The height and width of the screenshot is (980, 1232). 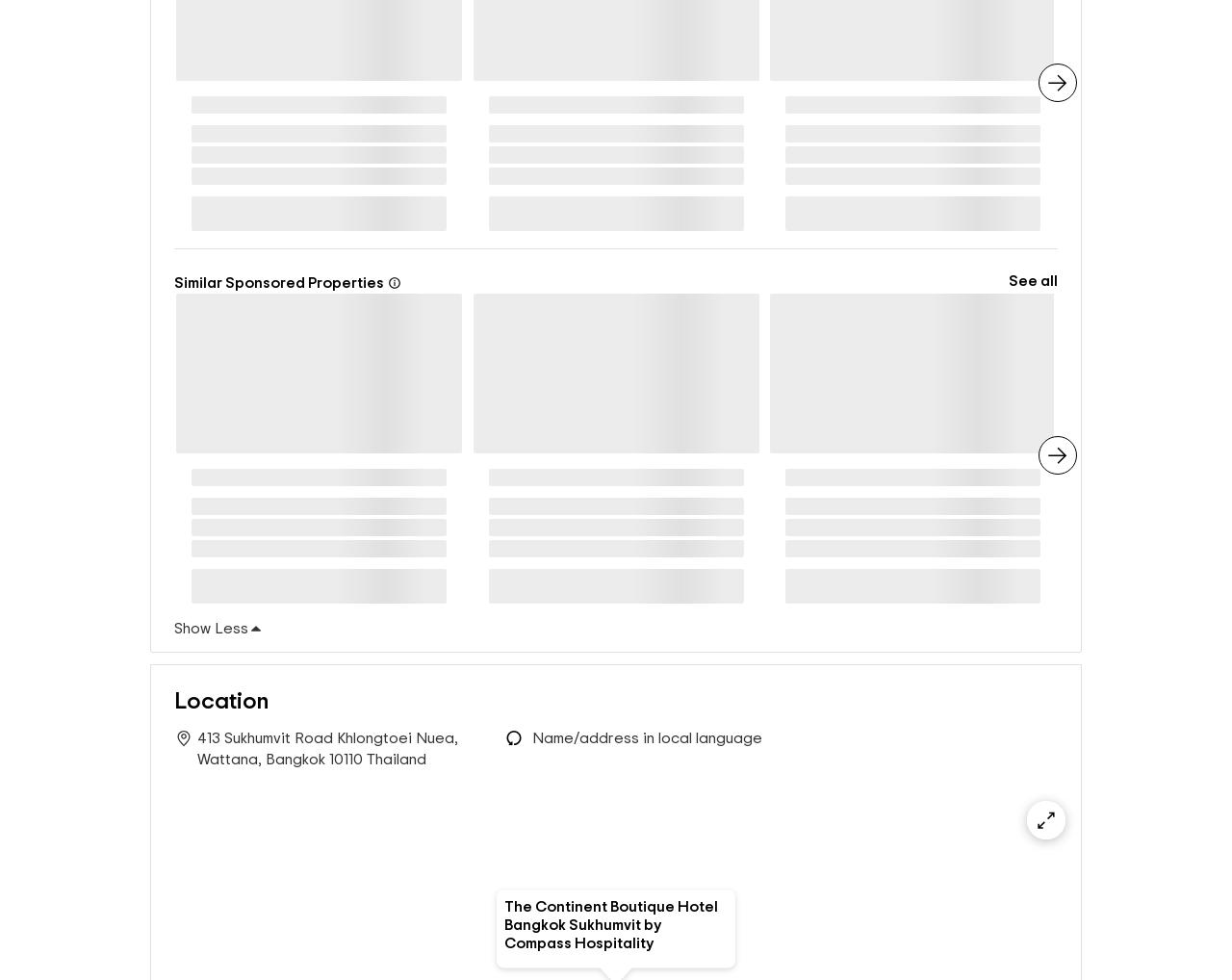 I want to click on 'Solaria Nishitetsu Hotel Bangkok', so click(x=783, y=483).